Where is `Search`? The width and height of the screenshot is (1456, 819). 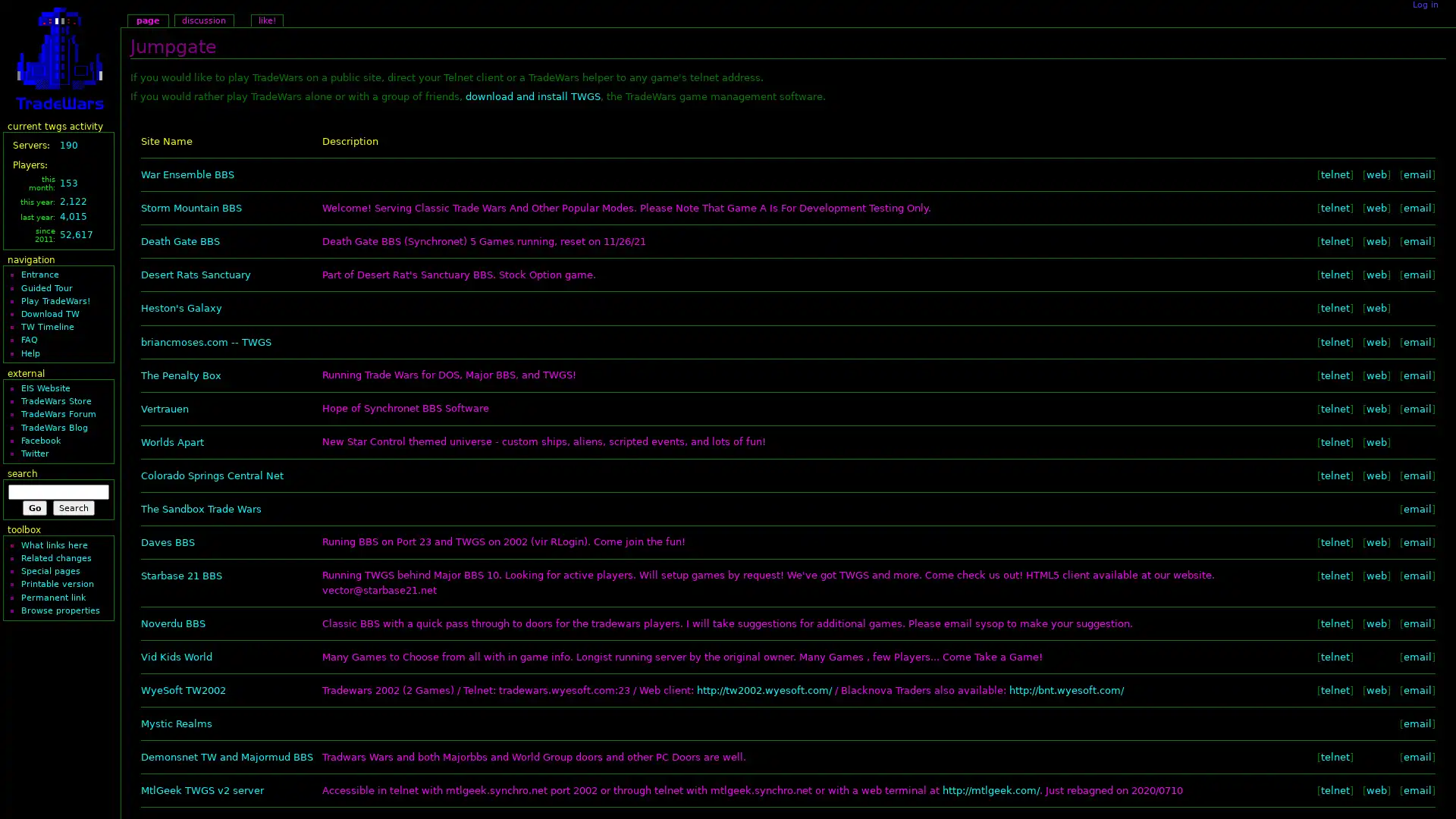 Search is located at coordinates (73, 508).